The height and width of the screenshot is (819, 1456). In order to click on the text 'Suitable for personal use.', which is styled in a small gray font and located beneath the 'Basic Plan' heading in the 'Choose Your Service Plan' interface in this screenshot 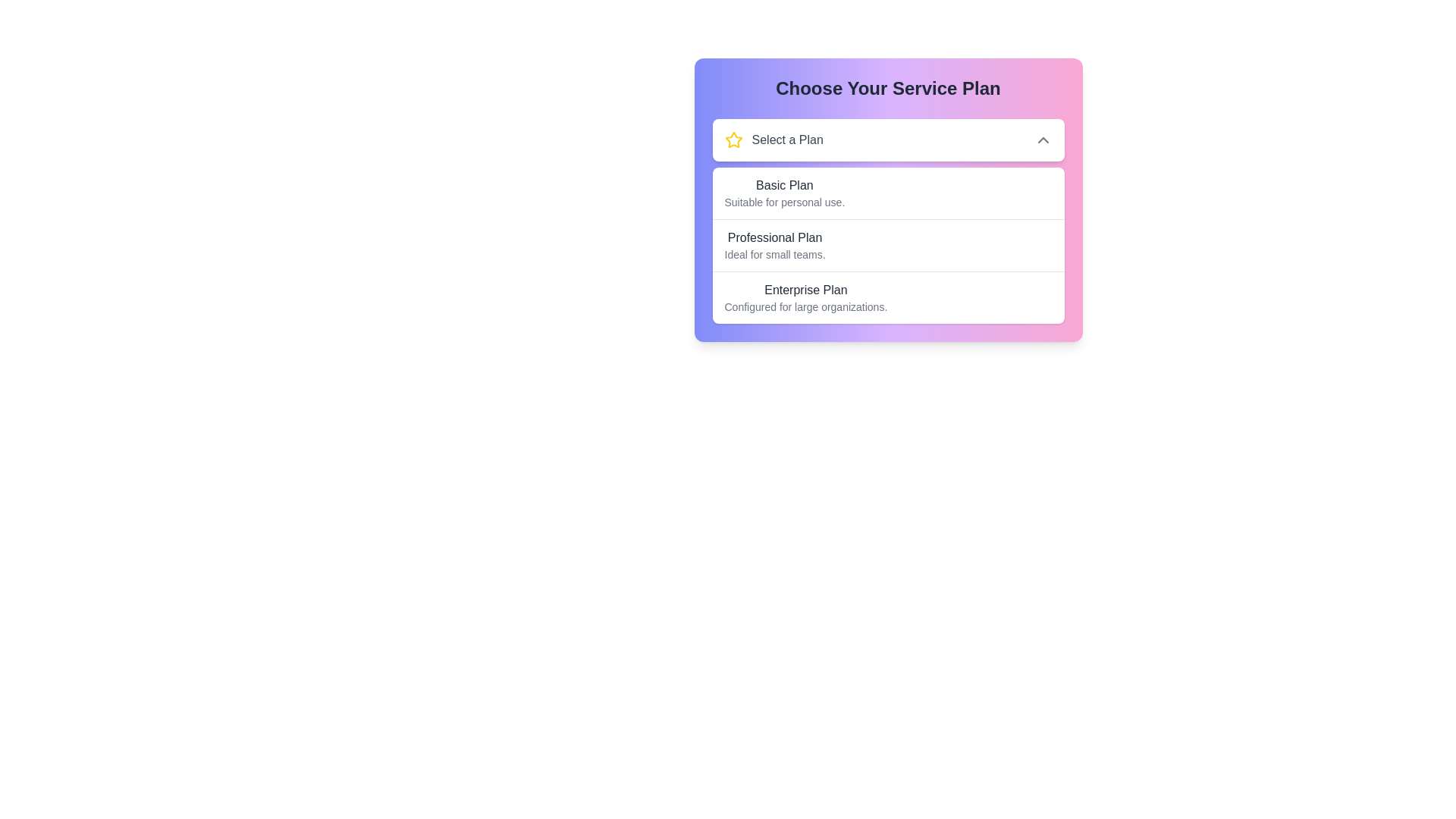, I will do `click(784, 201)`.